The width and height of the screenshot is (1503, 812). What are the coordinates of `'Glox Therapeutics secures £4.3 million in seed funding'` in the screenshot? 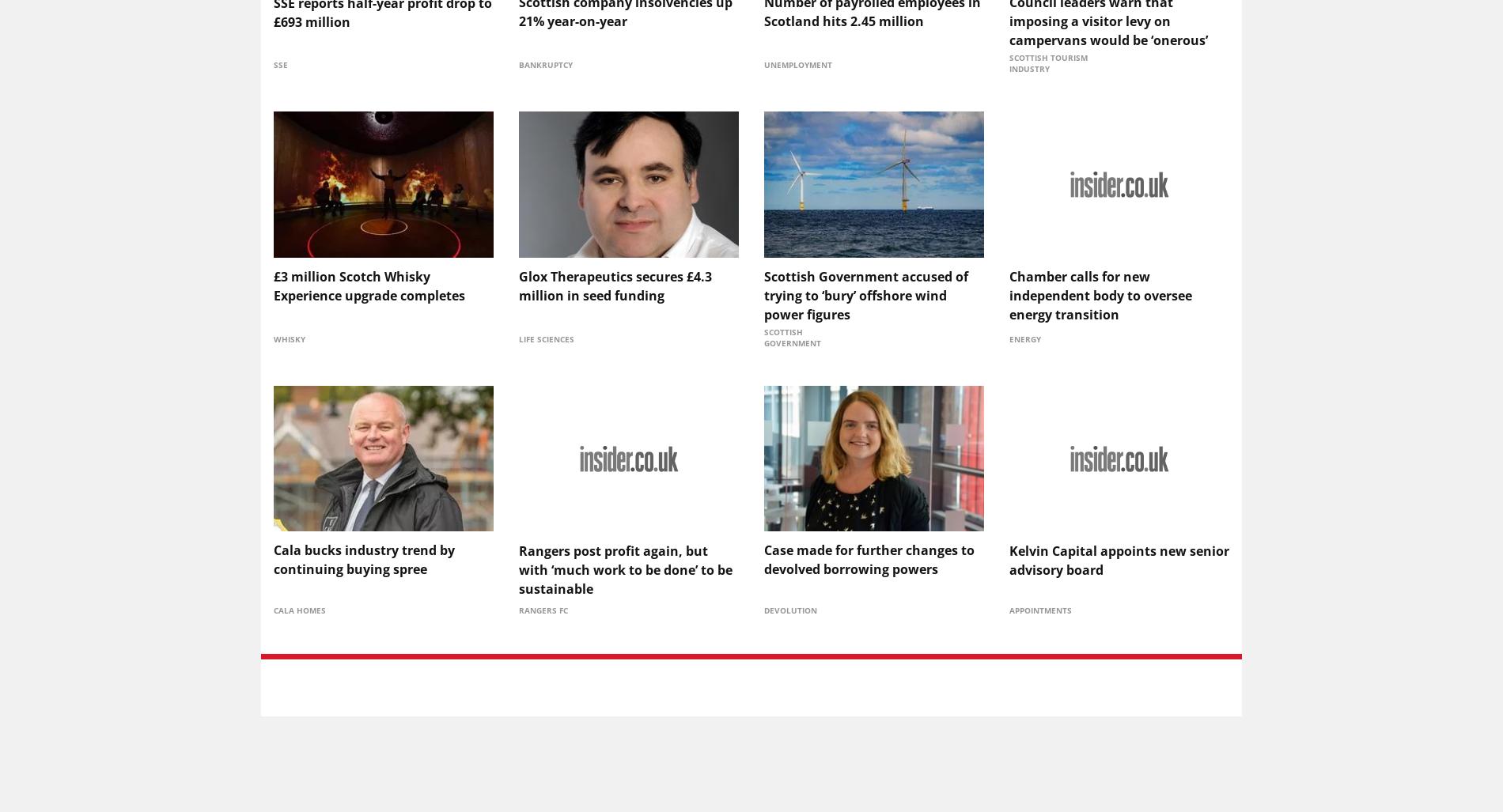 It's located at (615, 285).